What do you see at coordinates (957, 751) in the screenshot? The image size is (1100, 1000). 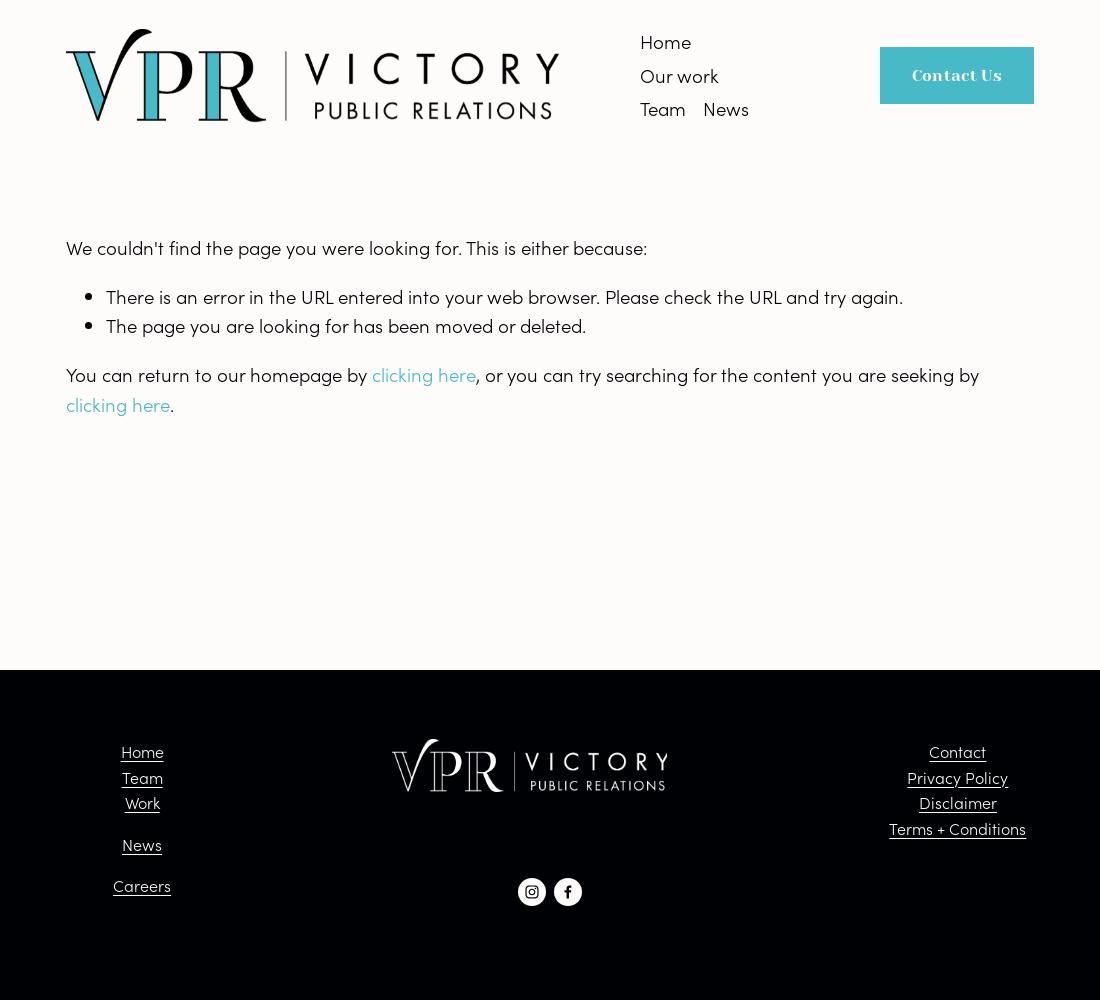 I see `'Contact'` at bounding box center [957, 751].